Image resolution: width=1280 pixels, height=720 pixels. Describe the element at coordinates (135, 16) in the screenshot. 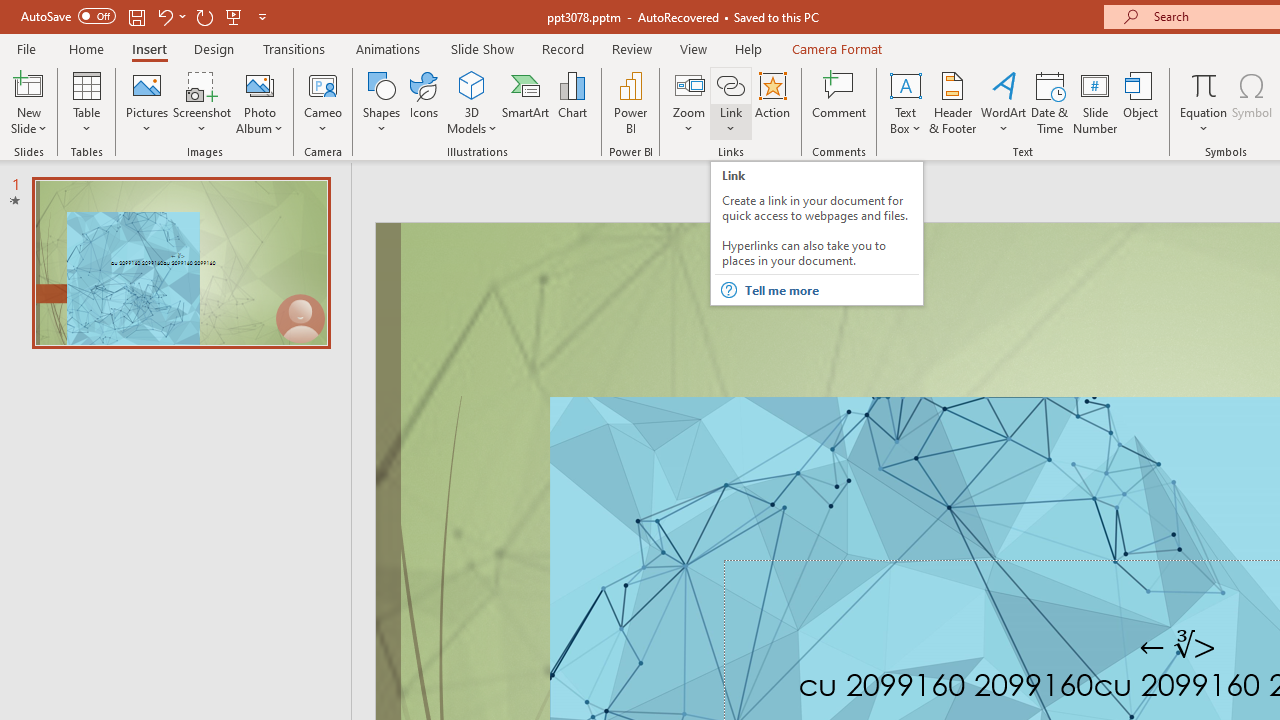

I see `'Save'` at that location.